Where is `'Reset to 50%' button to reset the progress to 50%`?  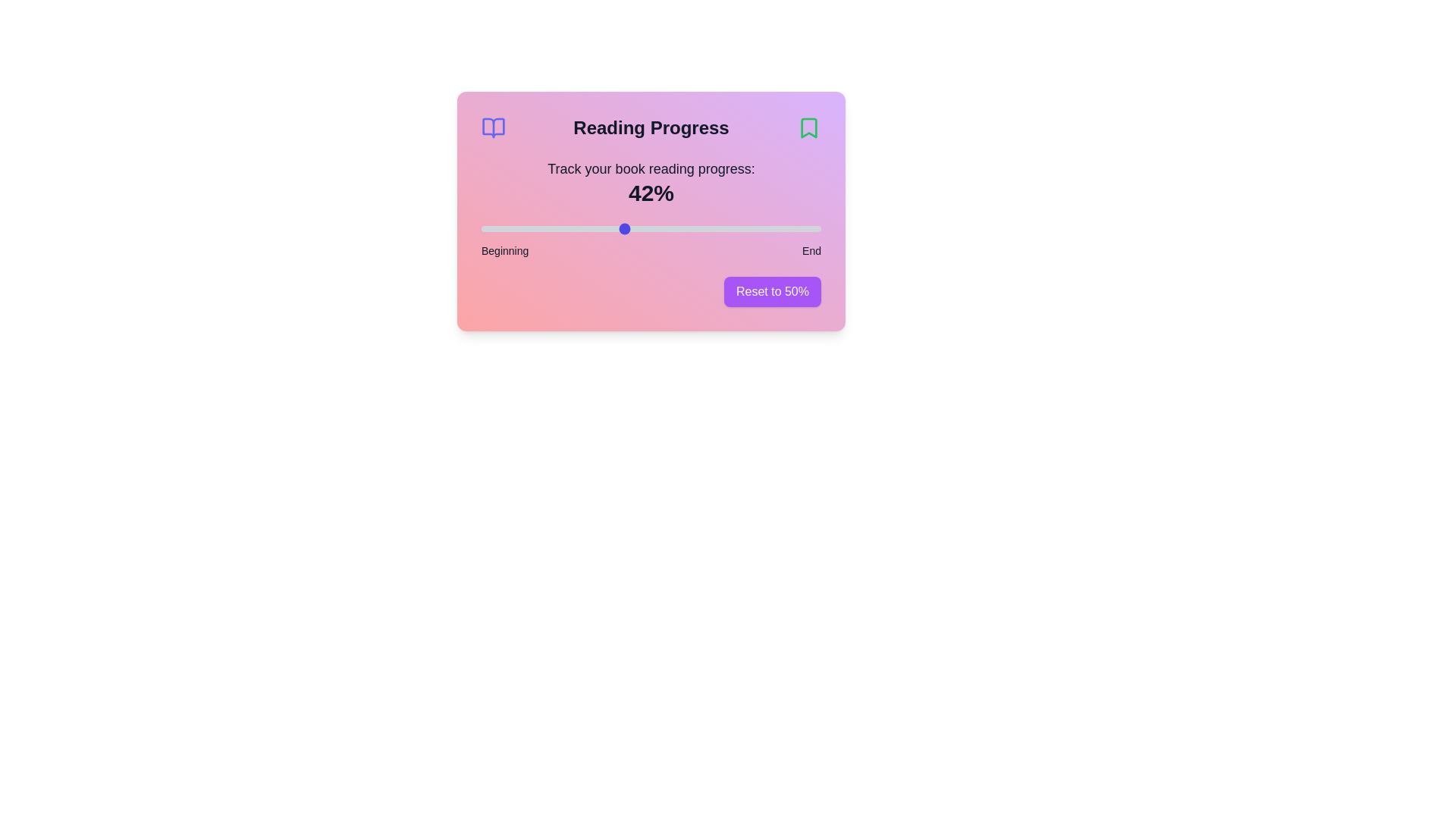
'Reset to 50%' button to reset the progress to 50% is located at coordinates (772, 292).